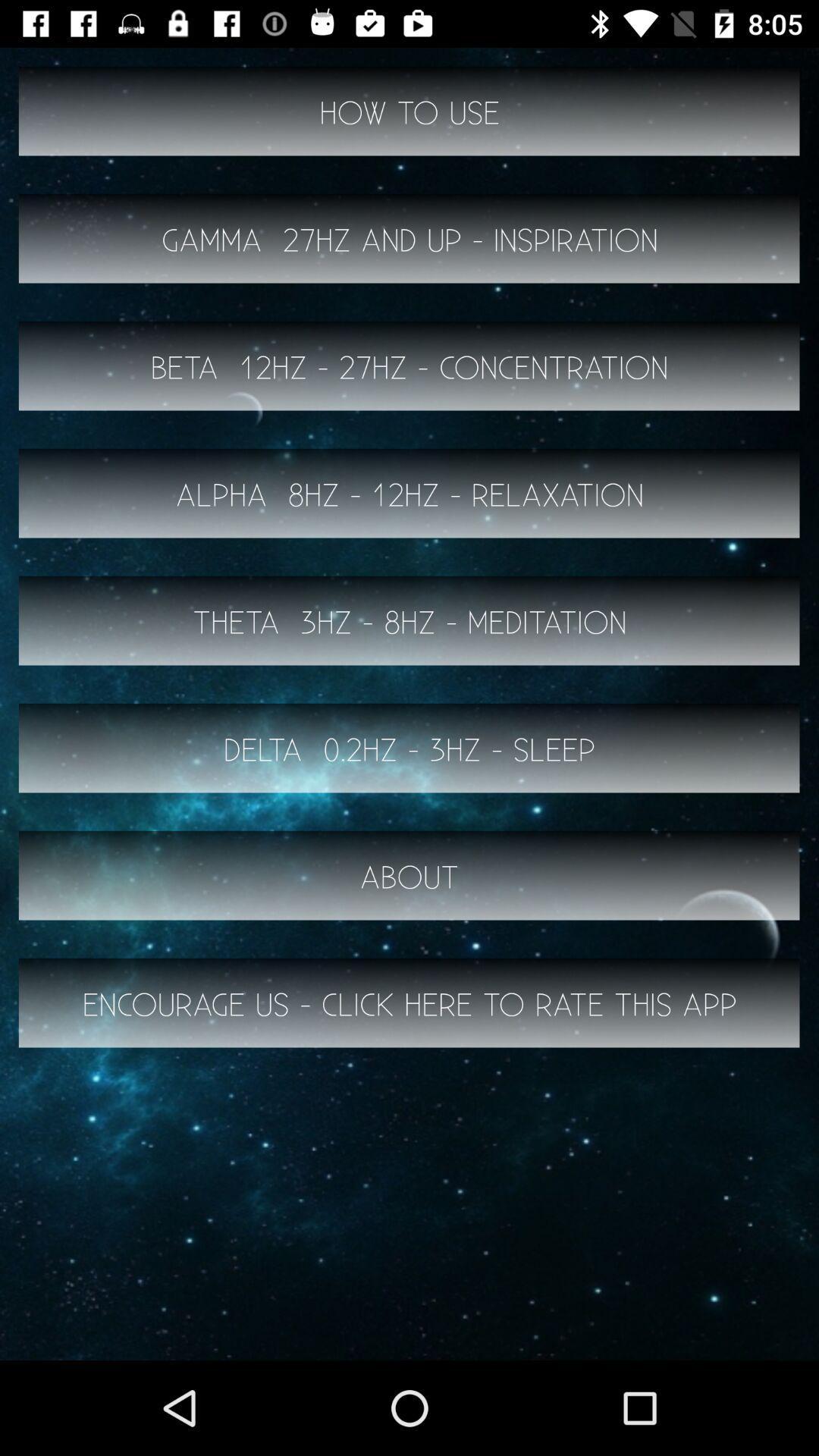  What do you see at coordinates (409, 238) in the screenshot?
I see `the gamma 27hz and button` at bounding box center [409, 238].